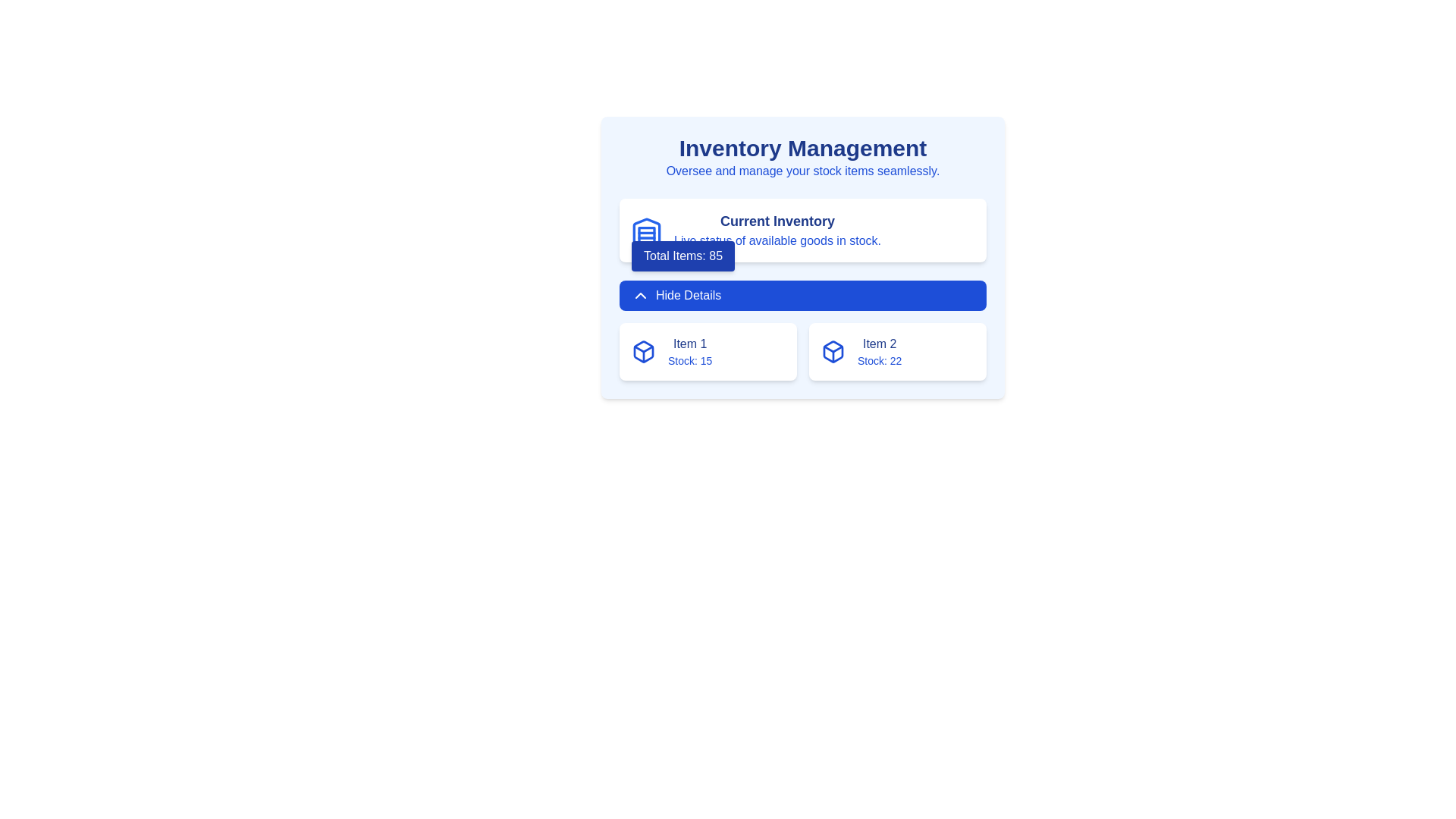  Describe the element at coordinates (689, 344) in the screenshot. I see `the content of the text label displaying the name of the inventory item, located in the first item group under the inventory details section, above the 'Stock: 15' text` at that location.